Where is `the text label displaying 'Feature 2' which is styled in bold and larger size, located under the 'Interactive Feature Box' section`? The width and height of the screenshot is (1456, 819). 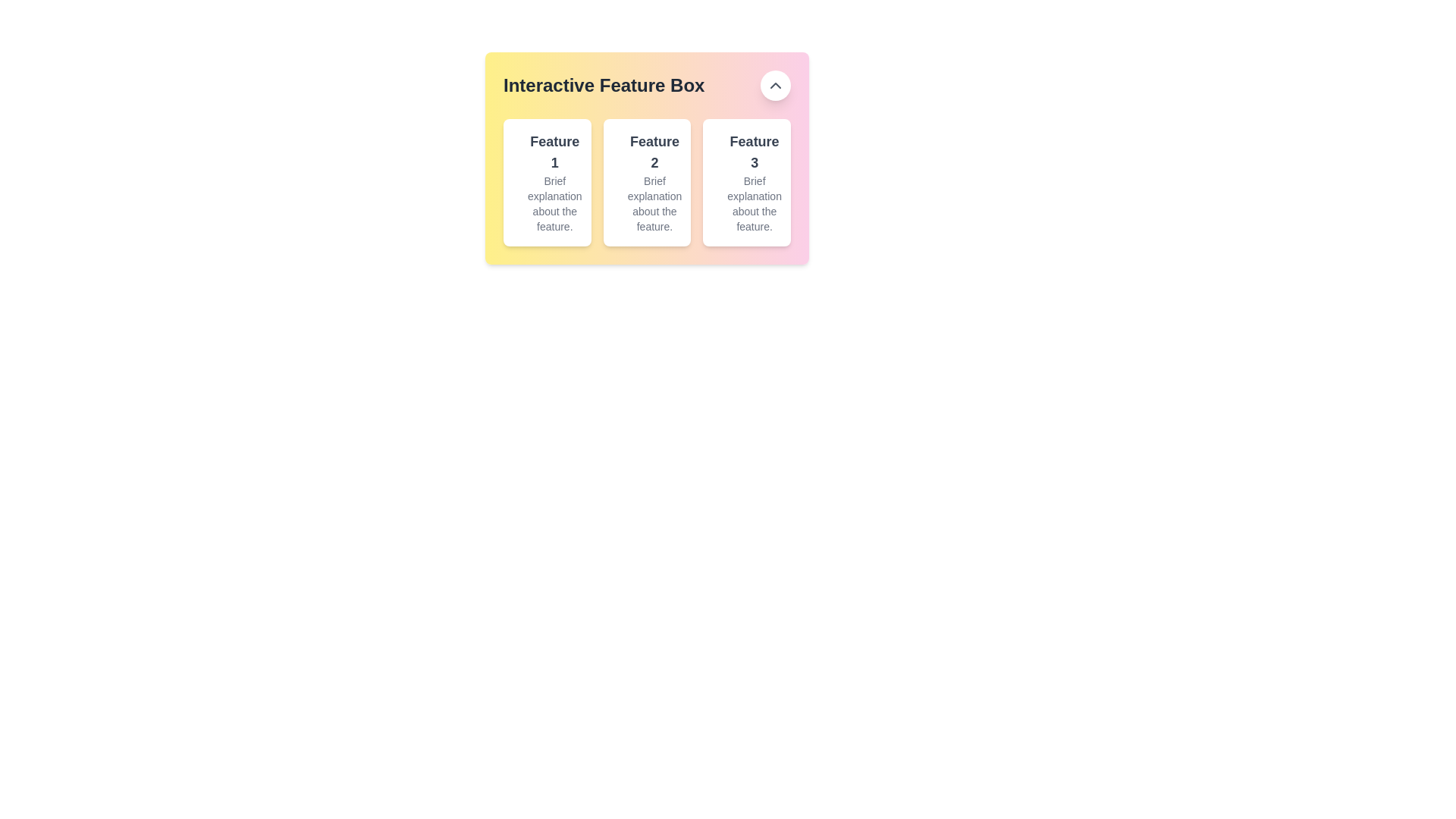 the text label displaying 'Feature 2' which is styled in bold and larger size, located under the 'Interactive Feature Box' section is located at coordinates (654, 152).